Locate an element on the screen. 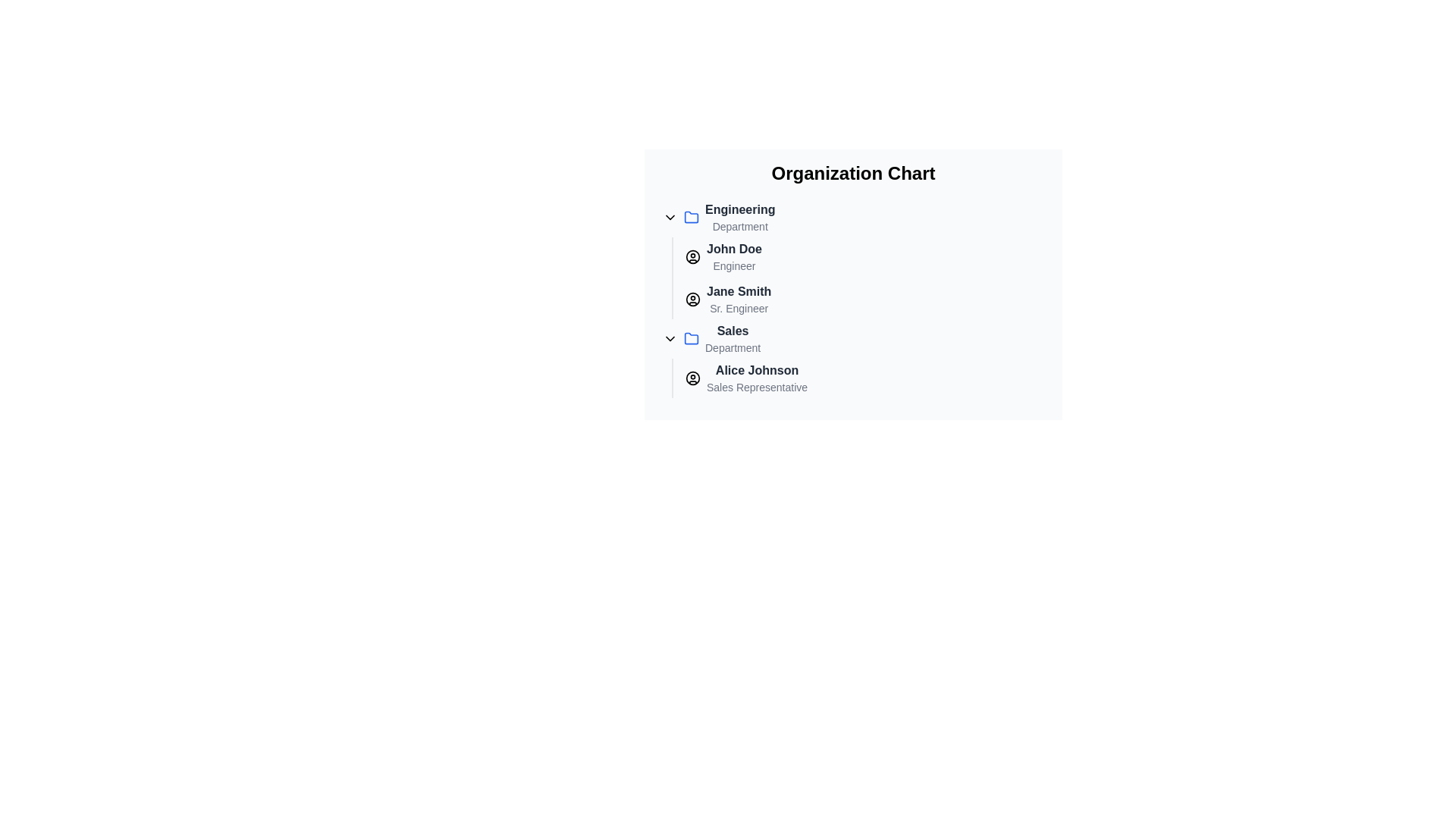 Image resolution: width=1456 pixels, height=819 pixels. the outermost circle element in the SVG profile icon next to 'John Doe' in the 'Engineering' section is located at coordinates (692, 256).